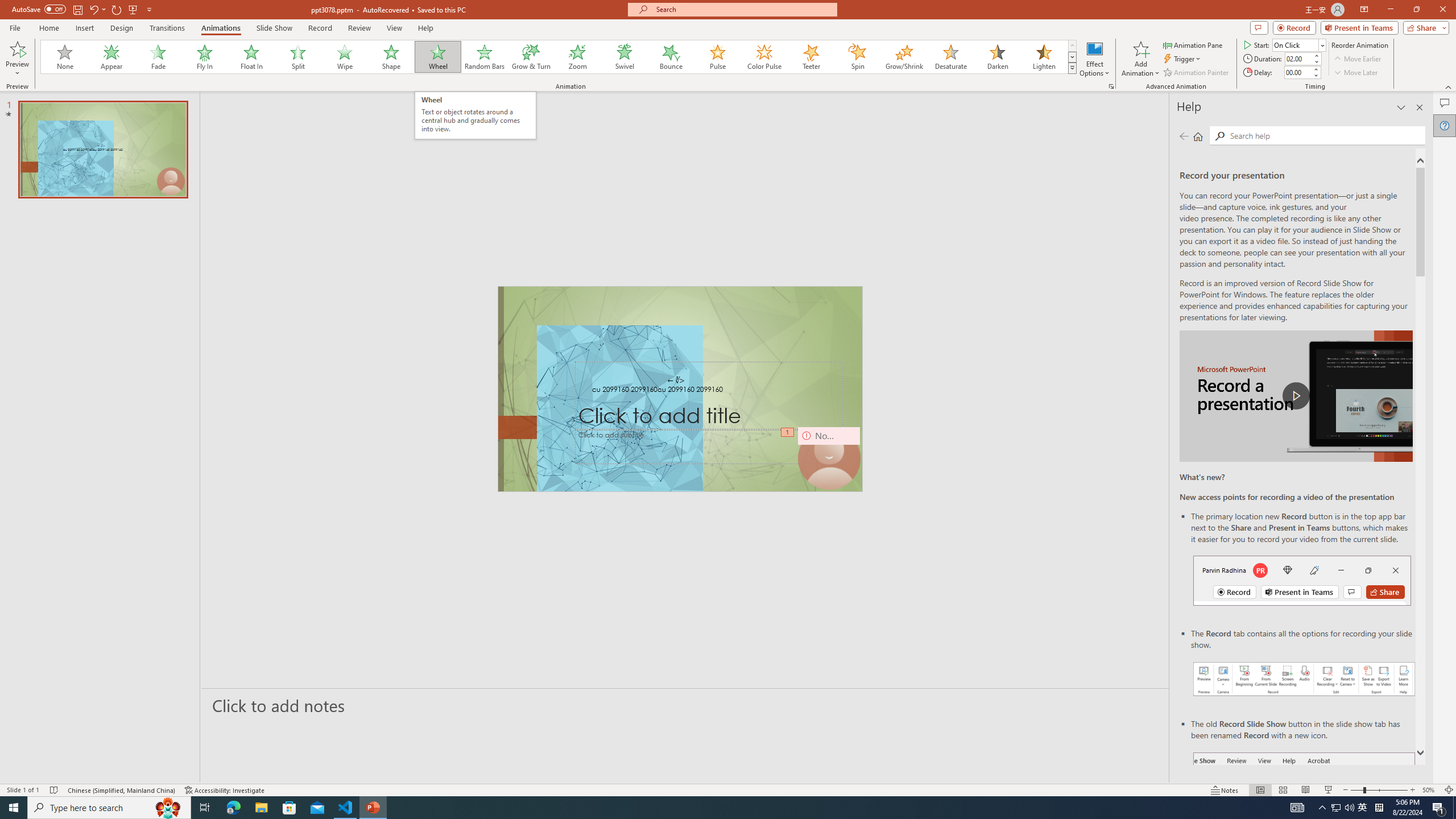 The height and width of the screenshot is (819, 1456). I want to click on 'TextBox 7', so click(676, 380).